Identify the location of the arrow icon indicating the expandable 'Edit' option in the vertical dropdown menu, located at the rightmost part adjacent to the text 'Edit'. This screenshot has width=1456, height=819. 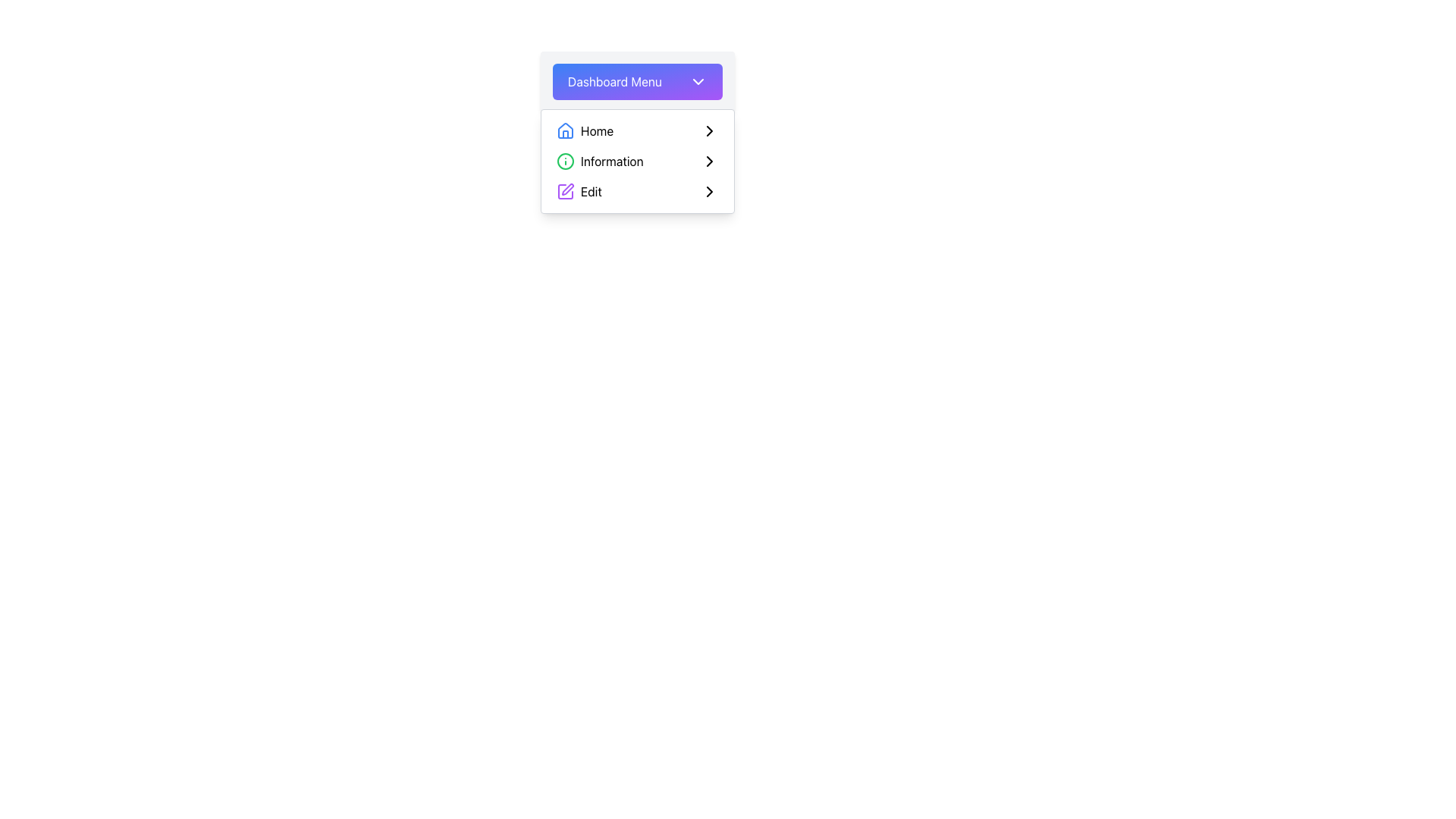
(709, 191).